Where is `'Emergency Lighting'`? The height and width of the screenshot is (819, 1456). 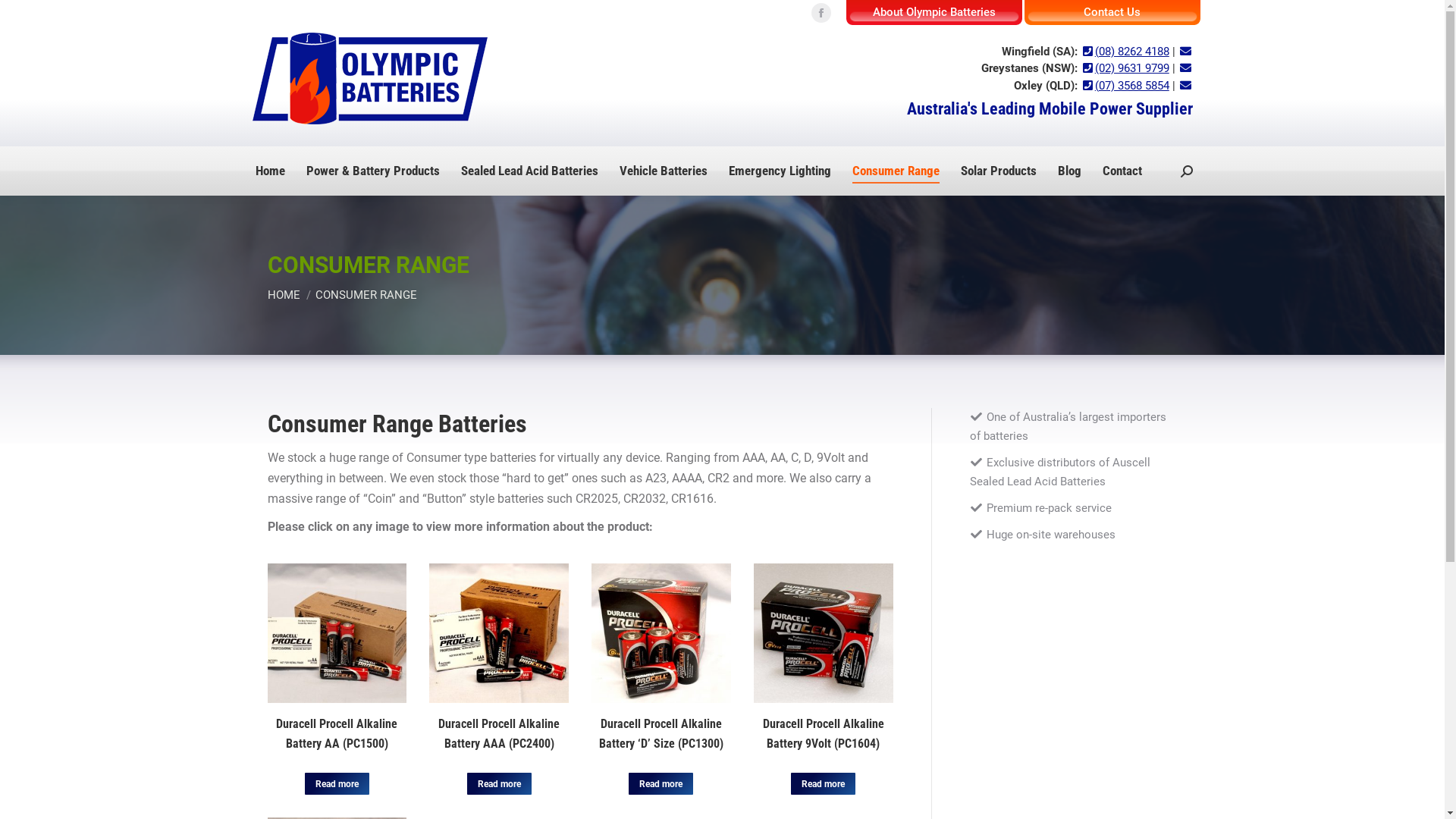 'Emergency Lighting' is located at coordinates (779, 171).